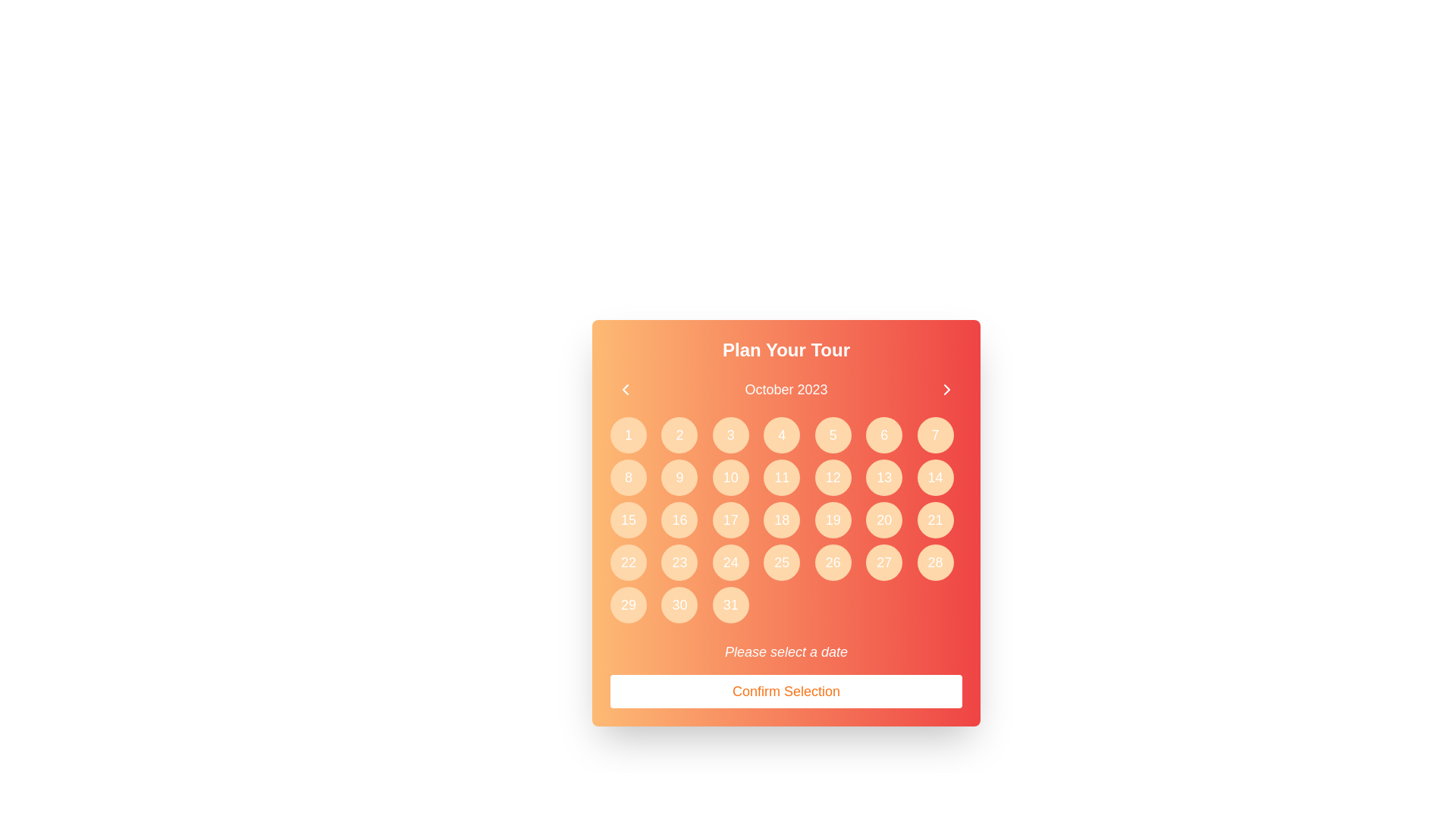 The width and height of the screenshot is (1456, 819). What do you see at coordinates (629, 476) in the screenshot?
I see `the circular orange button labeled '8' in the grid for potential tooltip or effect display` at bounding box center [629, 476].